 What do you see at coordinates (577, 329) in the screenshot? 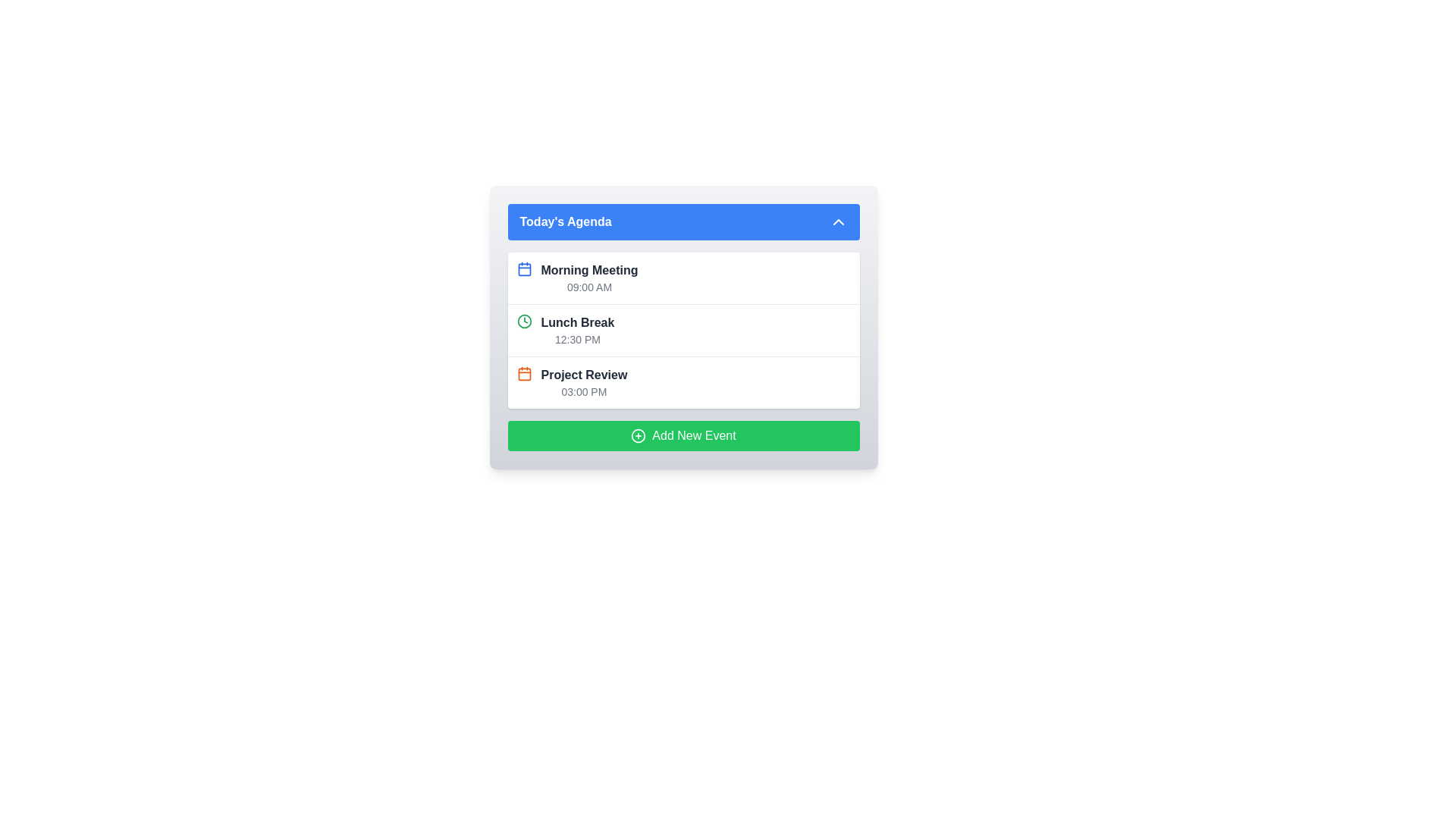
I see `the 'Lunch Break' time display element, which is the second item in the 'Today's Agenda' box` at bounding box center [577, 329].